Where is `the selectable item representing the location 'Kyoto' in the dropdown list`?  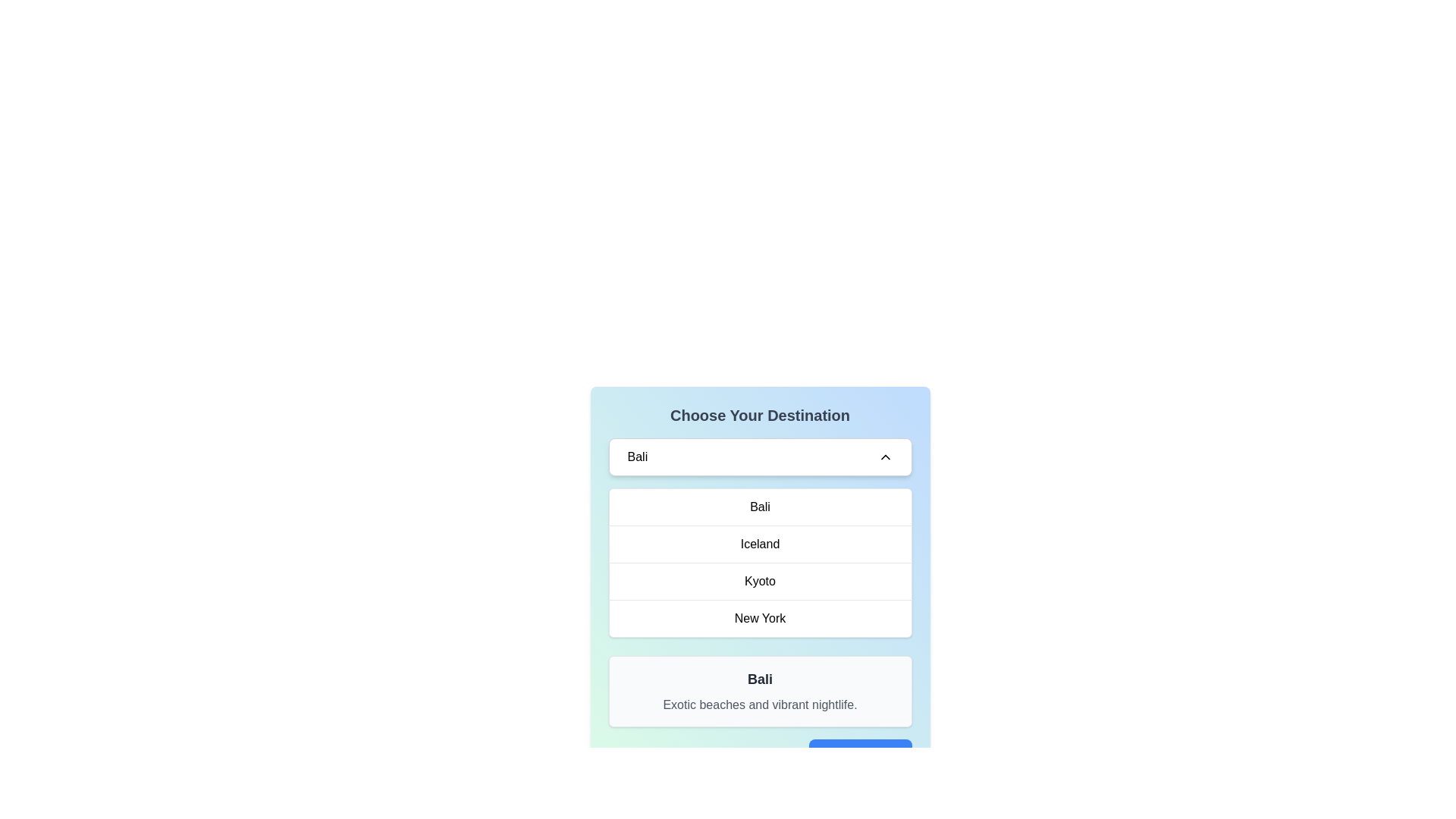 the selectable item representing the location 'Kyoto' in the dropdown list is located at coordinates (760, 580).